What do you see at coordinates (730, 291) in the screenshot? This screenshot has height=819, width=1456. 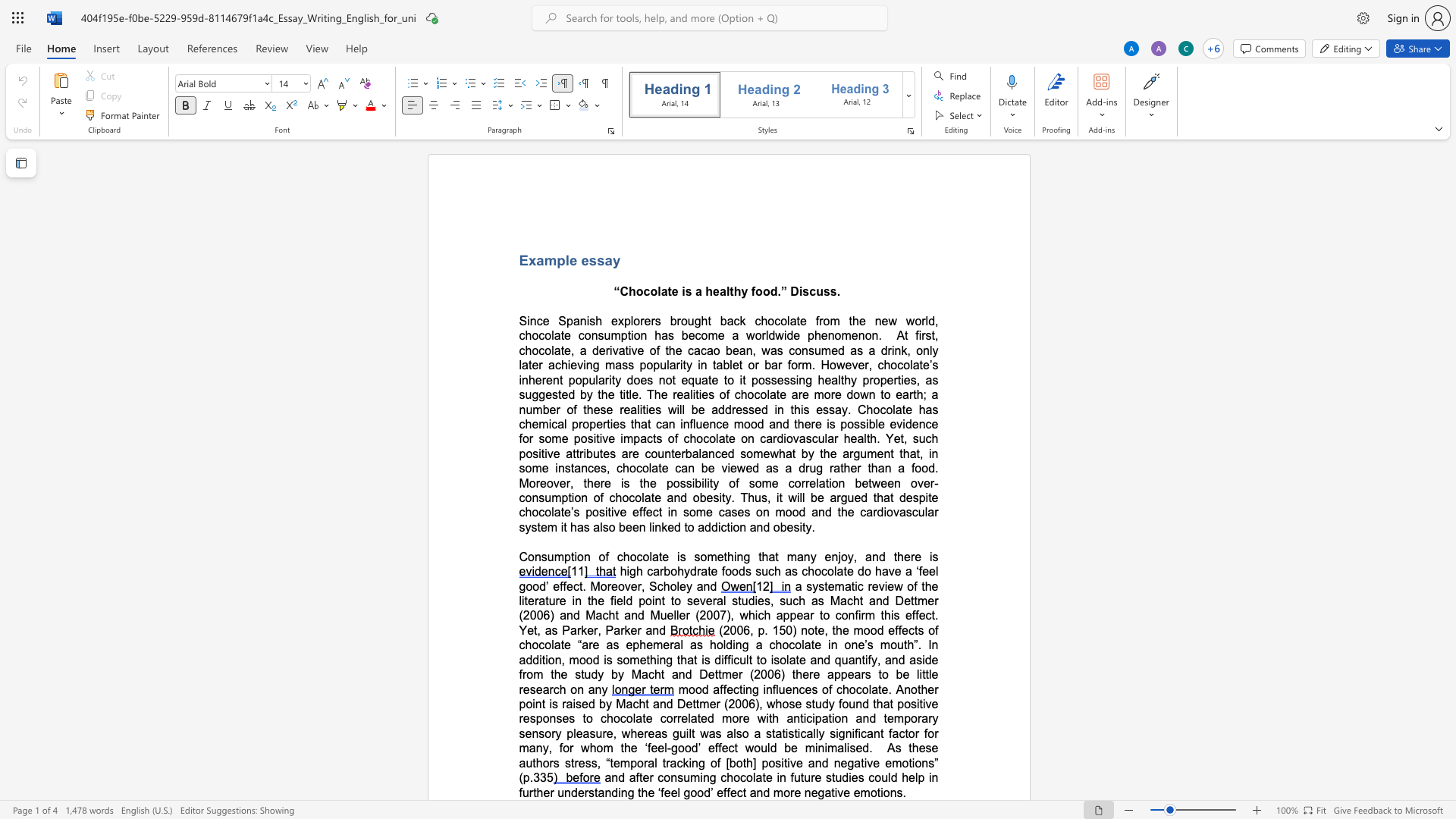 I see `the space between the continuous character "l" and "t" in the text` at bounding box center [730, 291].